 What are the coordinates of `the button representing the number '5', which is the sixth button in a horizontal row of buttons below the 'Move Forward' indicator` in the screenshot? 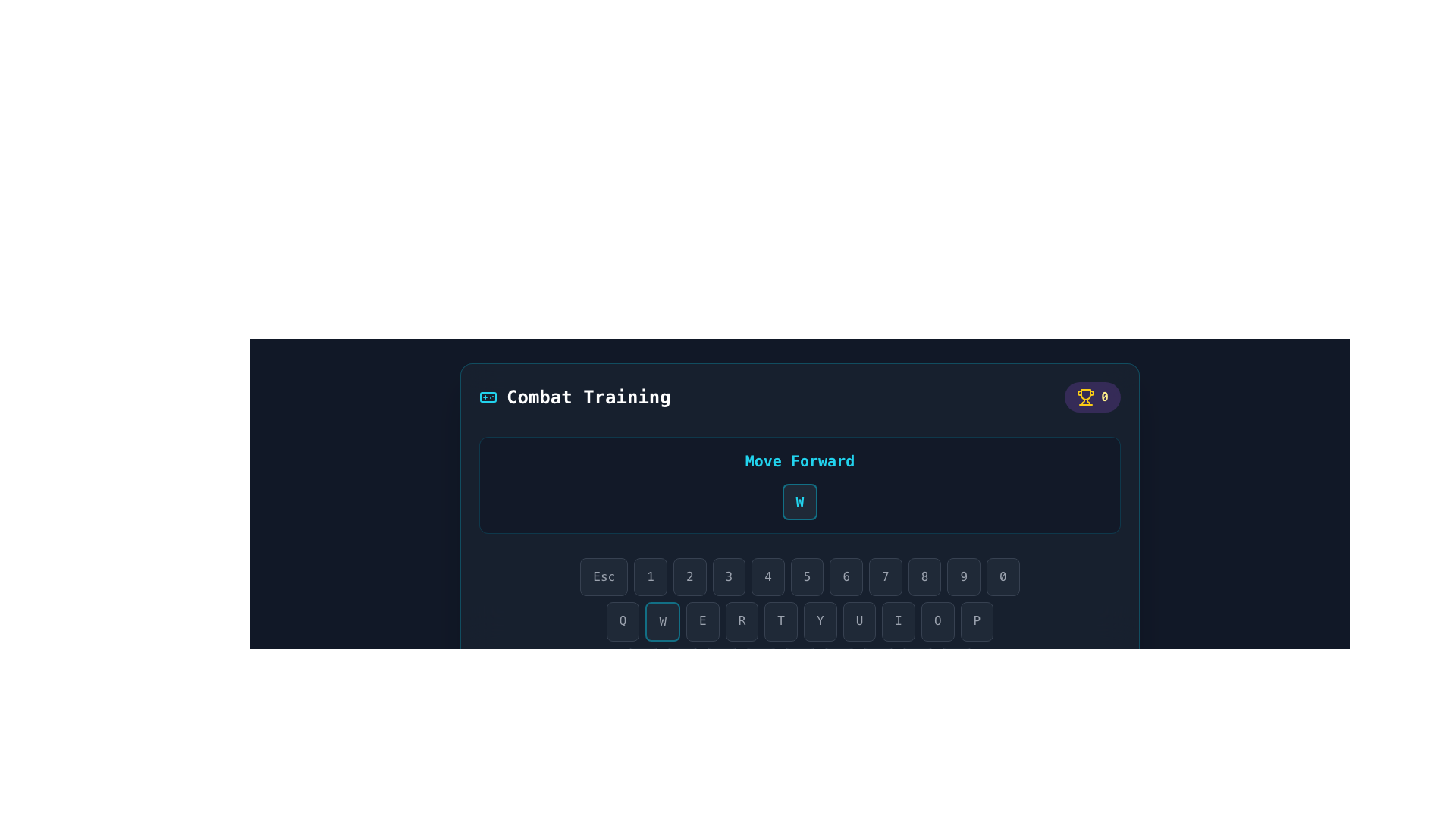 It's located at (806, 576).